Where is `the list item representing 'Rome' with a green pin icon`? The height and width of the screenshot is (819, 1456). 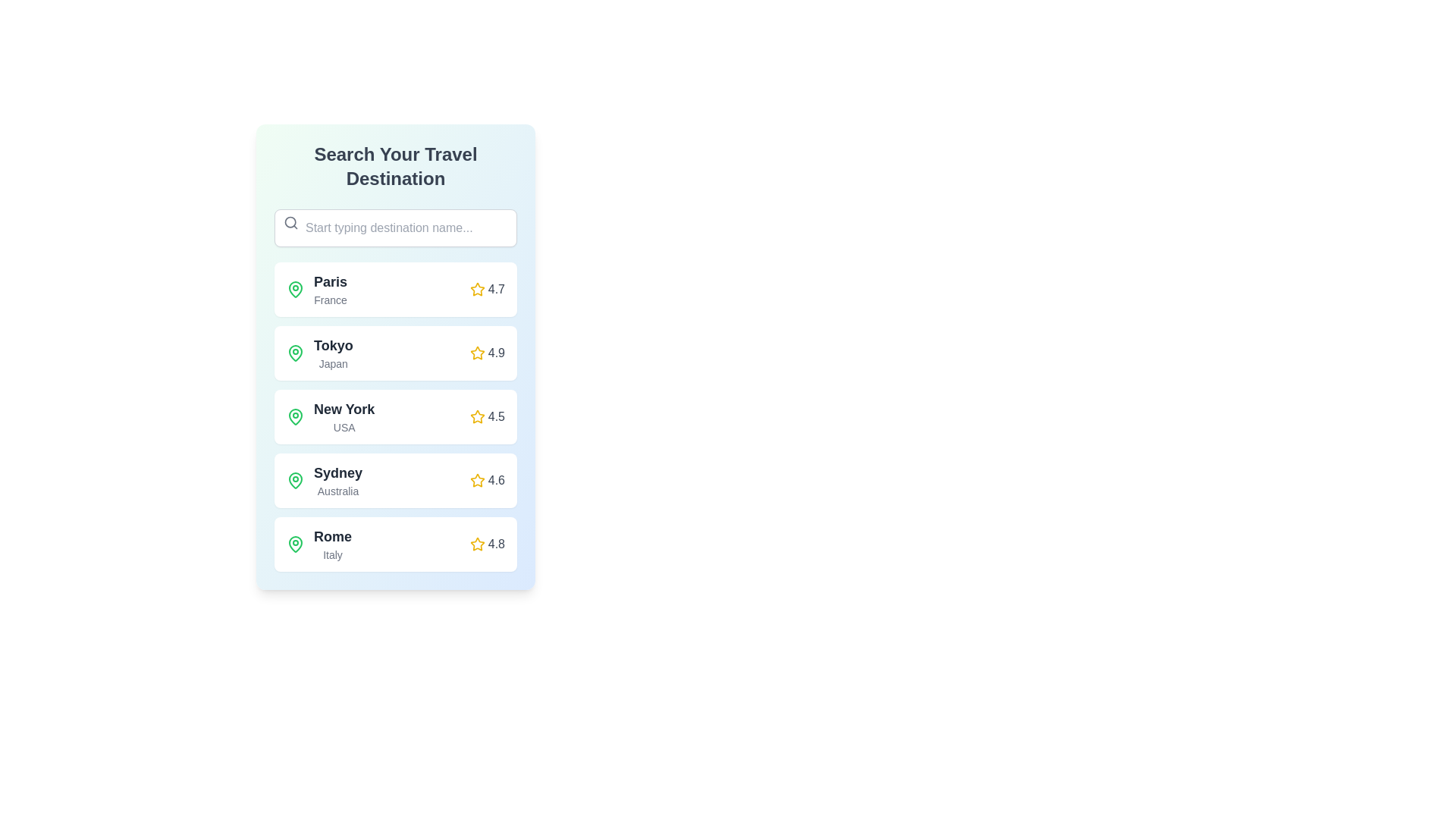
the list item representing 'Rome' with a green pin icon is located at coordinates (318, 543).